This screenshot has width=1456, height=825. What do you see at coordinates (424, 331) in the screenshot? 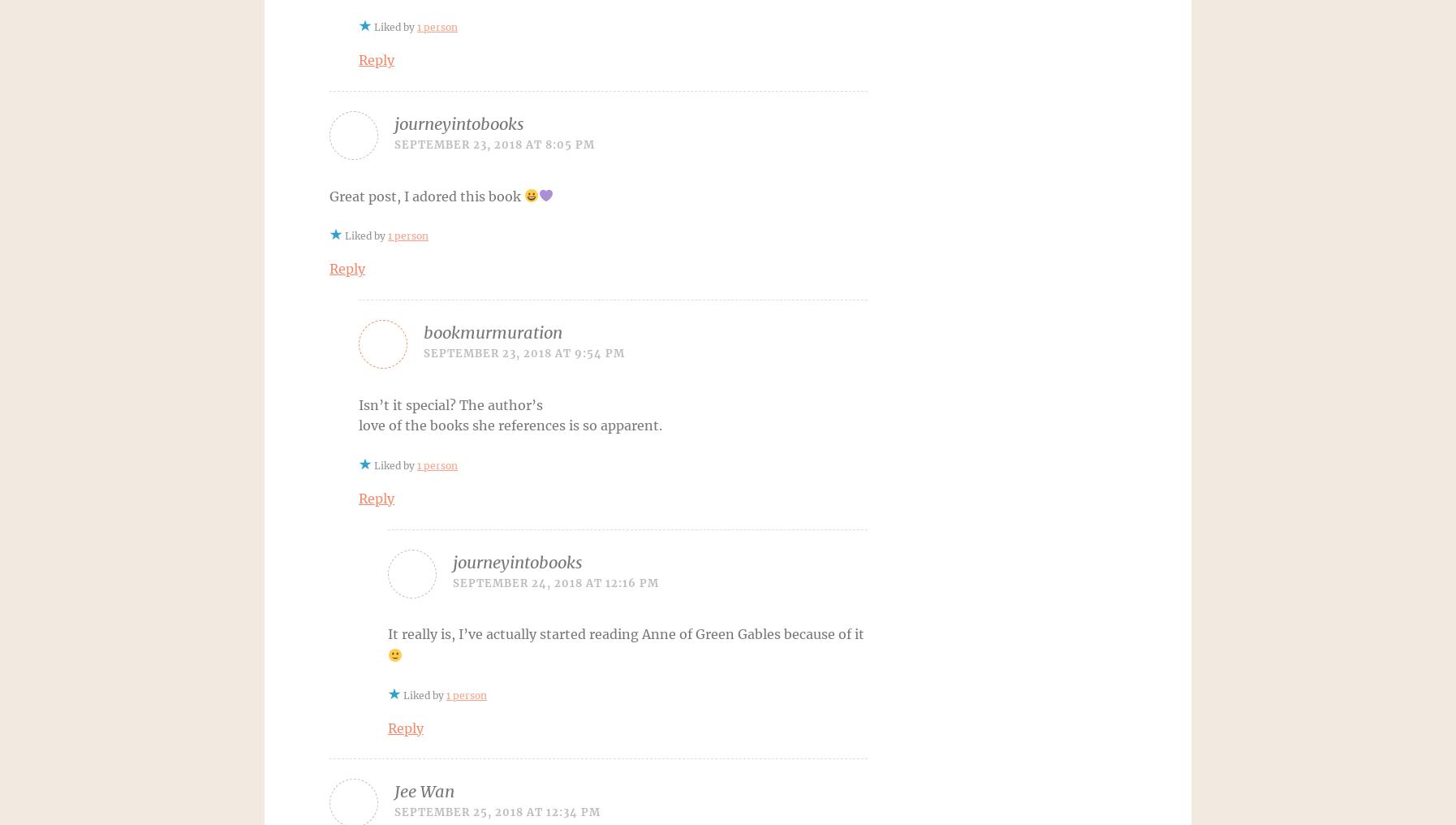
I see `'bookmurmuration'` at bounding box center [424, 331].